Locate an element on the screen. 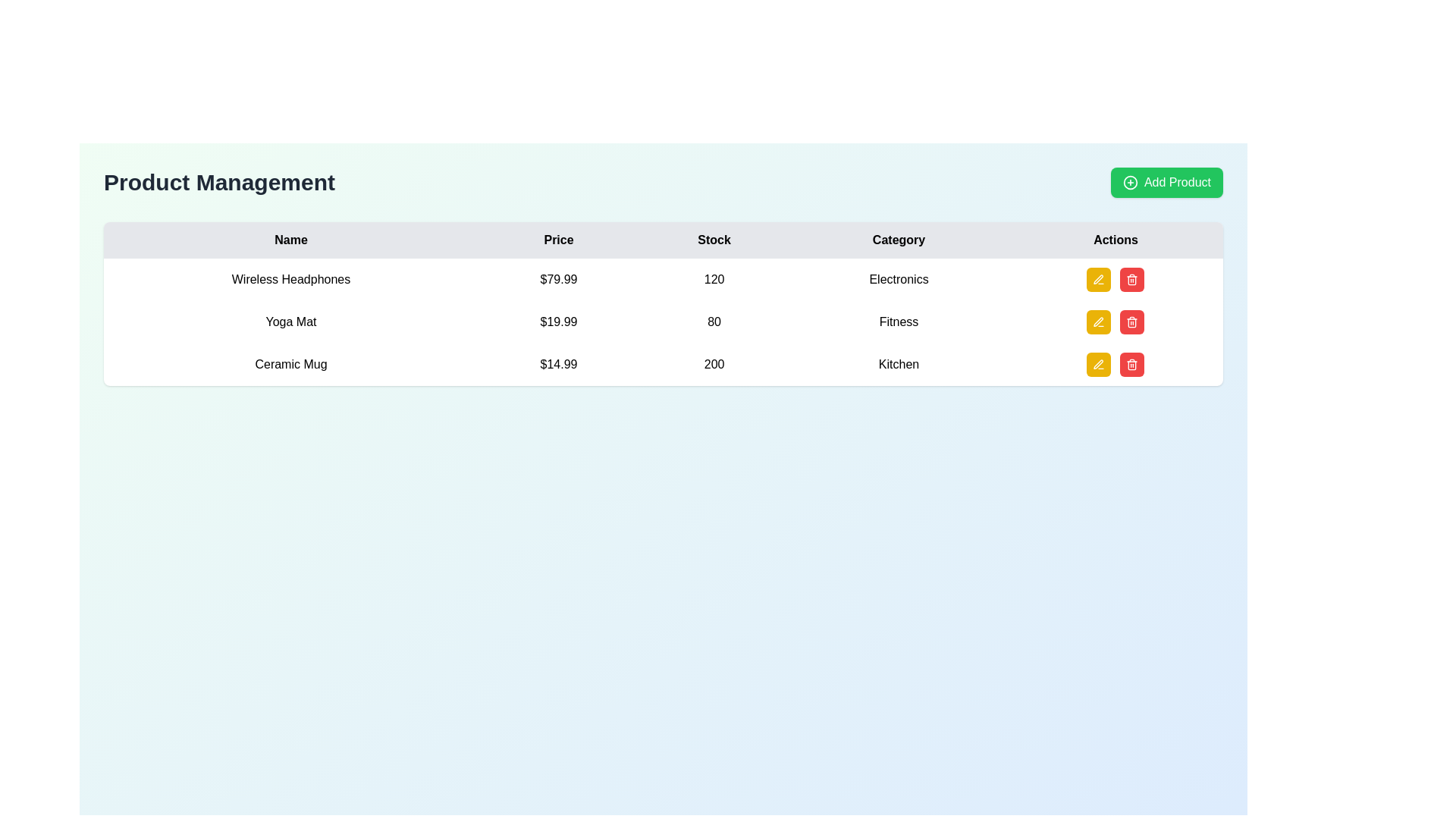 The height and width of the screenshot is (819, 1456). the second row of the product table, which displays the product's name, price, stock level, and category, located between 'Wireless Headphones' and 'Ceramic Mug' is located at coordinates (663, 321).